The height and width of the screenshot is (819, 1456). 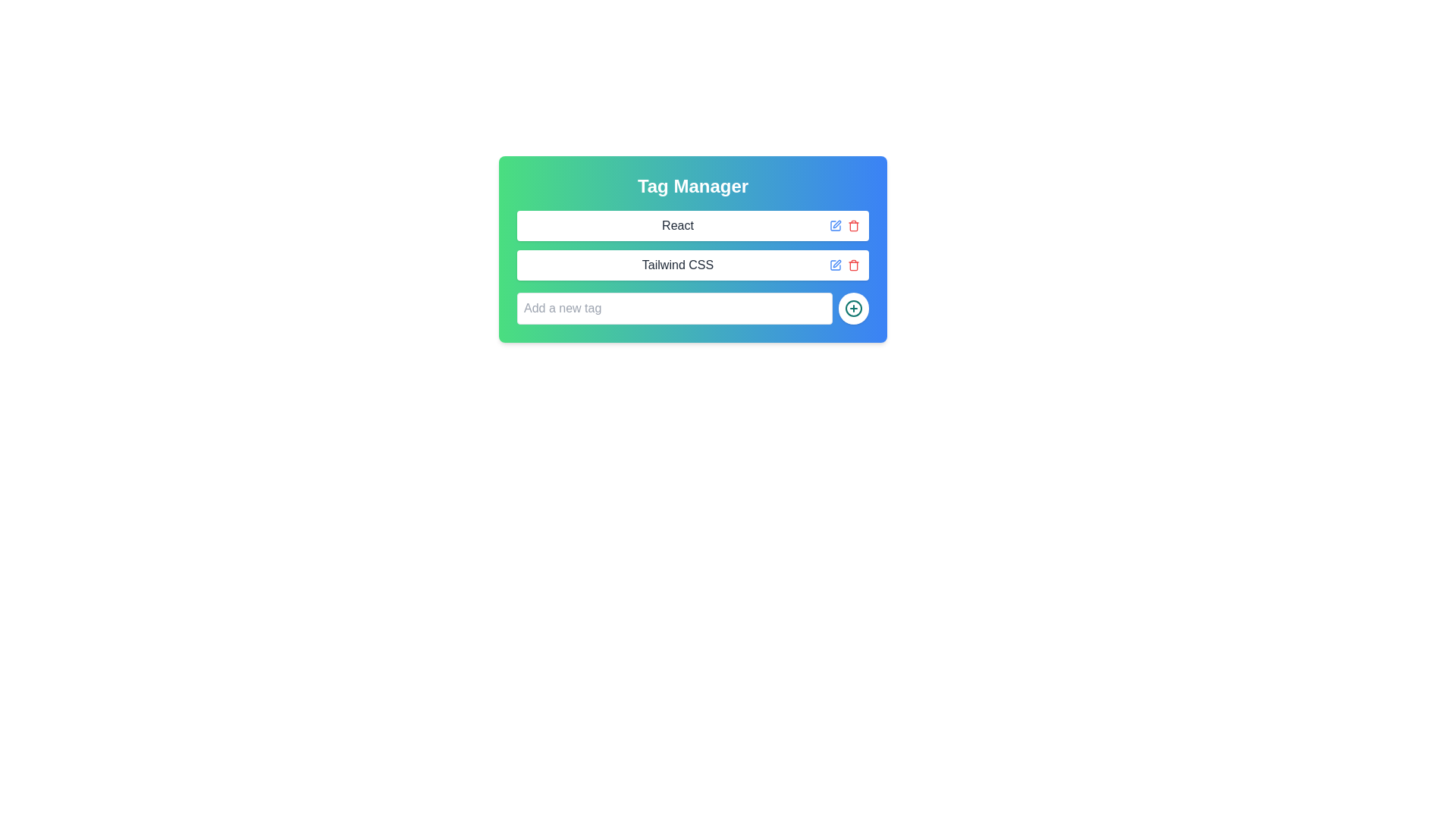 What do you see at coordinates (854, 225) in the screenshot?
I see `the deletion button located to the right of the 'React' label` at bounding box center [854, 225].